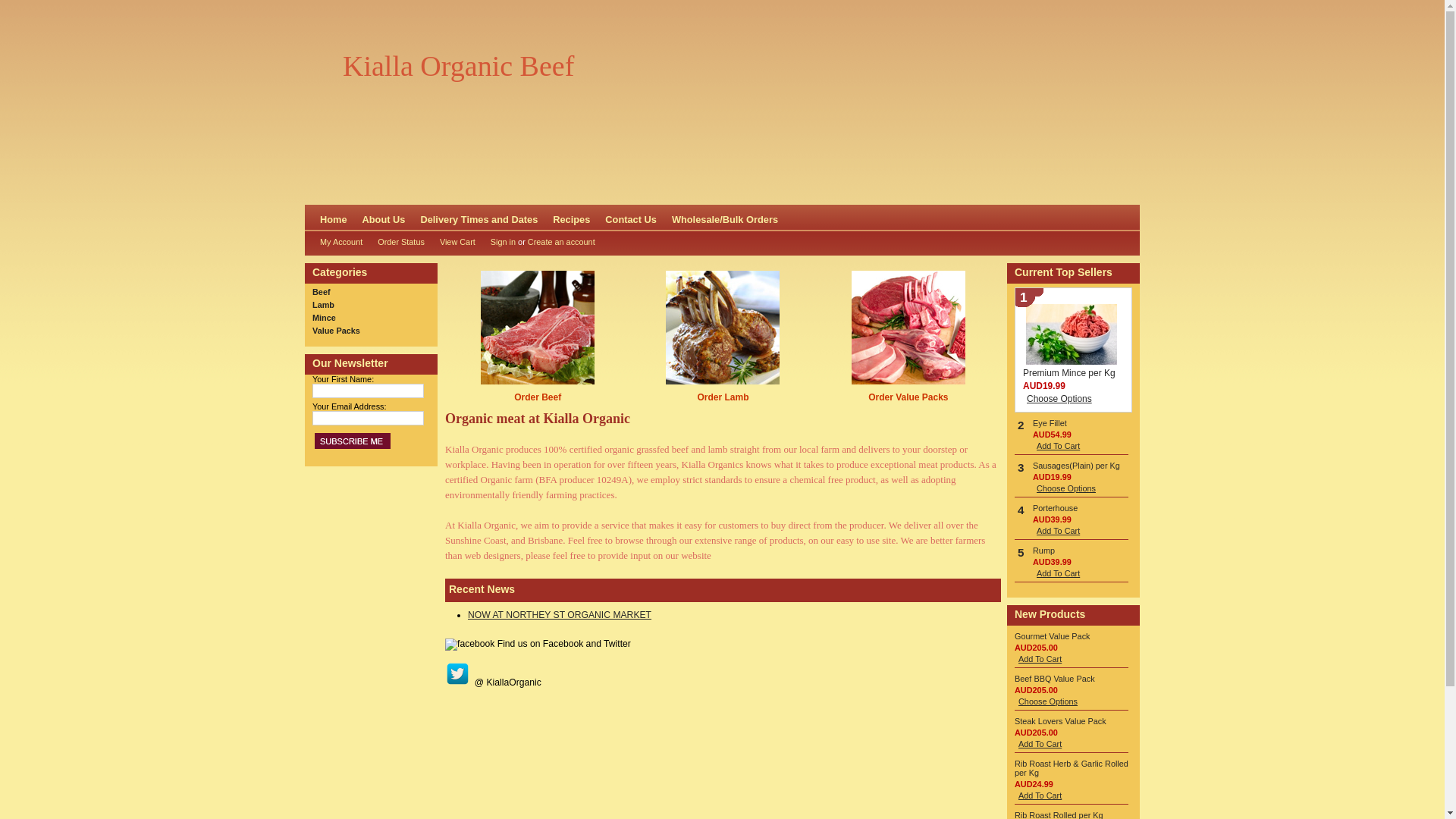 Image resolution: width=1456 pixels, height=819 pixels. What do you see at coordinates (560, 241) in the screenshot?
I see `'Create an account'` at bounding box center [560, 241].